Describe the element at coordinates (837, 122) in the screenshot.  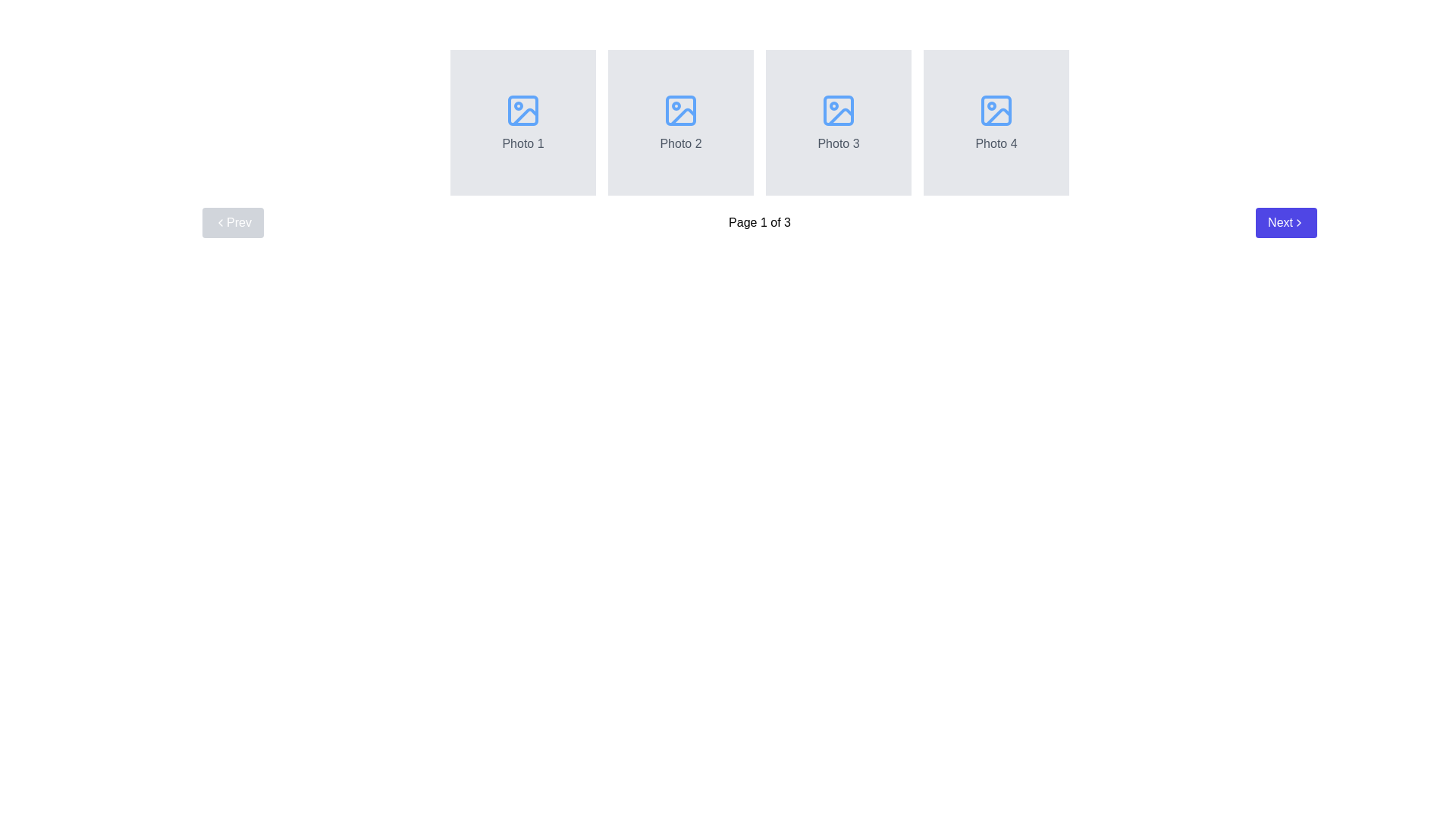
I see `the visual placeholder representing 'Photo 3', which is the third element in a horizontal sequence of four similar items` at that location.